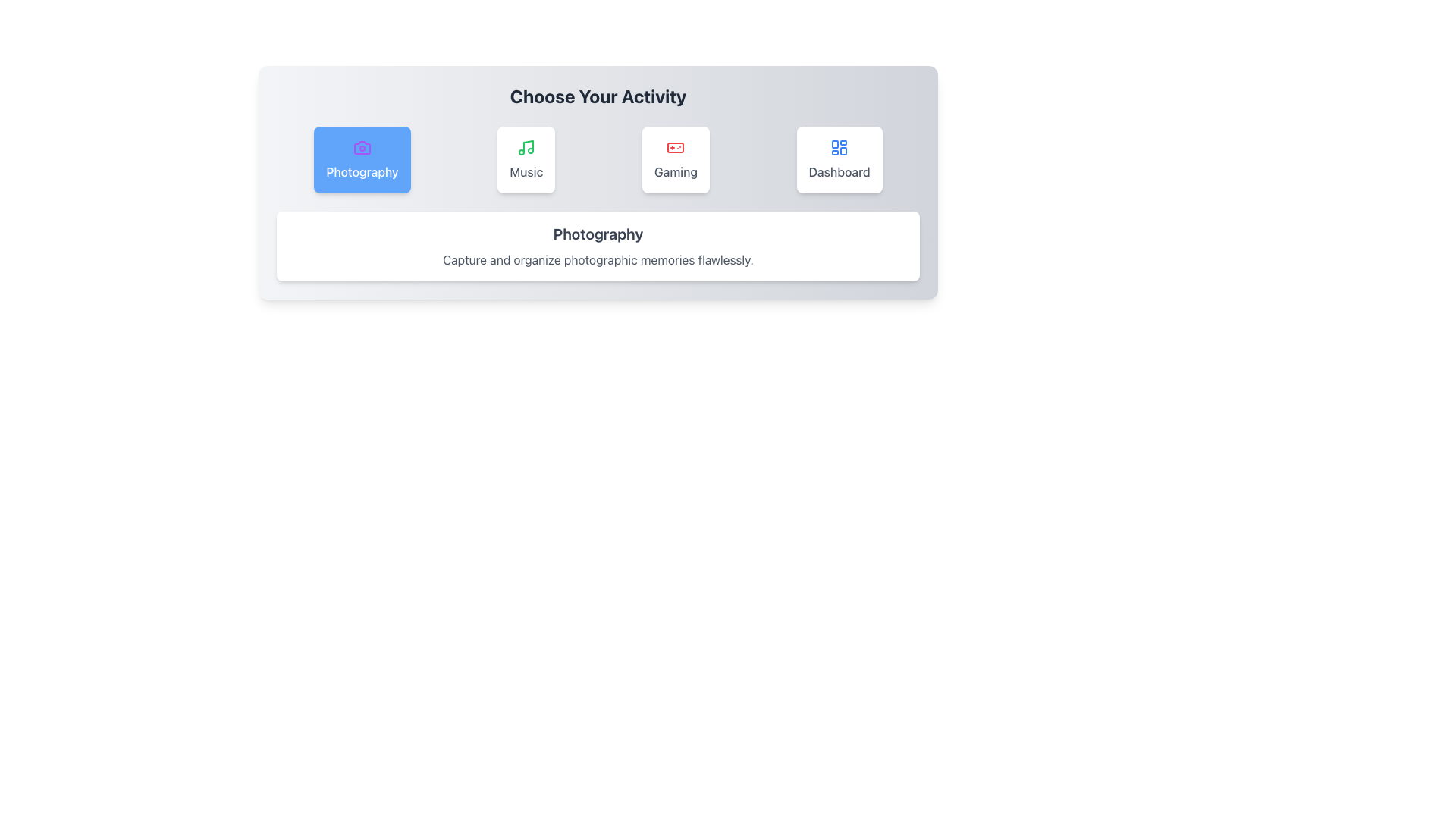  Describe the element at coordinates (362, 171) in the screenshot. I see `the Text Label element displaying 'Photography', which is styled with white text on a blue background and located below a camera icon` at that location.